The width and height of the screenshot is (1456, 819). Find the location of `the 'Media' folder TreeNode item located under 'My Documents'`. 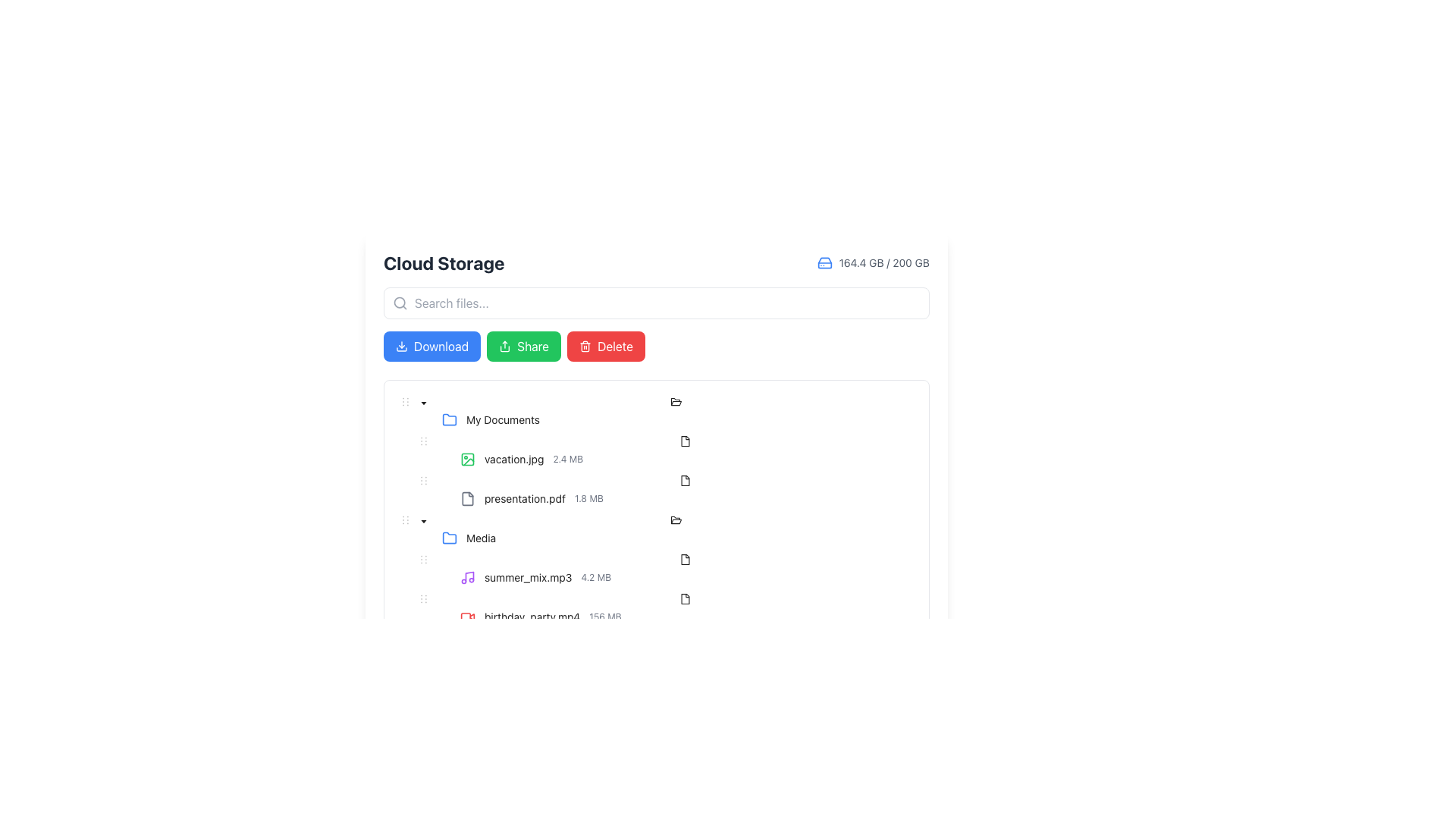

the 'Media' folder TreeNode item located under 'My Documents' is located at coordinates (656, 529).